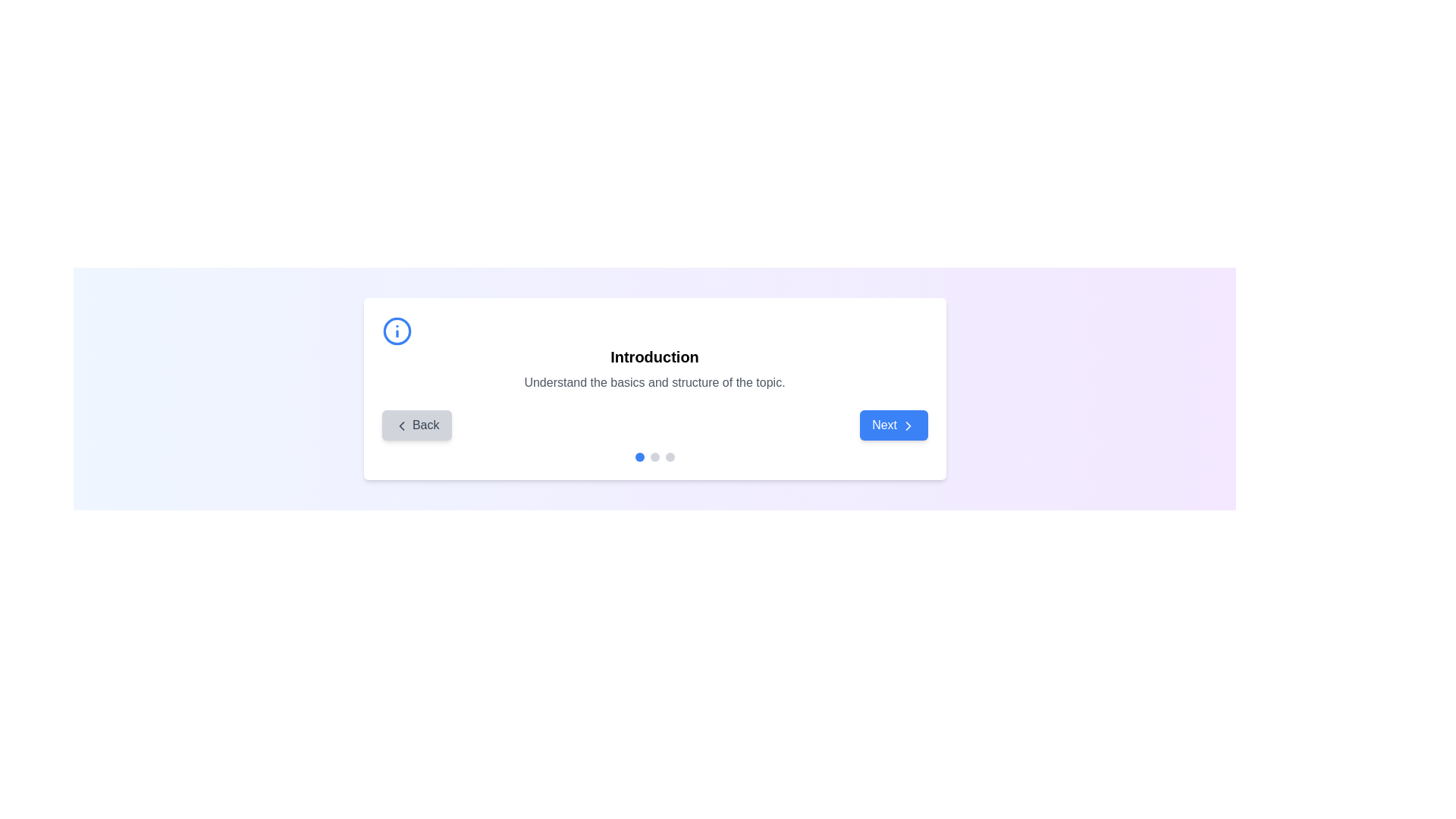 The image size is (1456, 819). Describe the element at coordinates (397, 330) in the screenshot. I see `the blue circular information icon located in the top-left part of the card` at that location.